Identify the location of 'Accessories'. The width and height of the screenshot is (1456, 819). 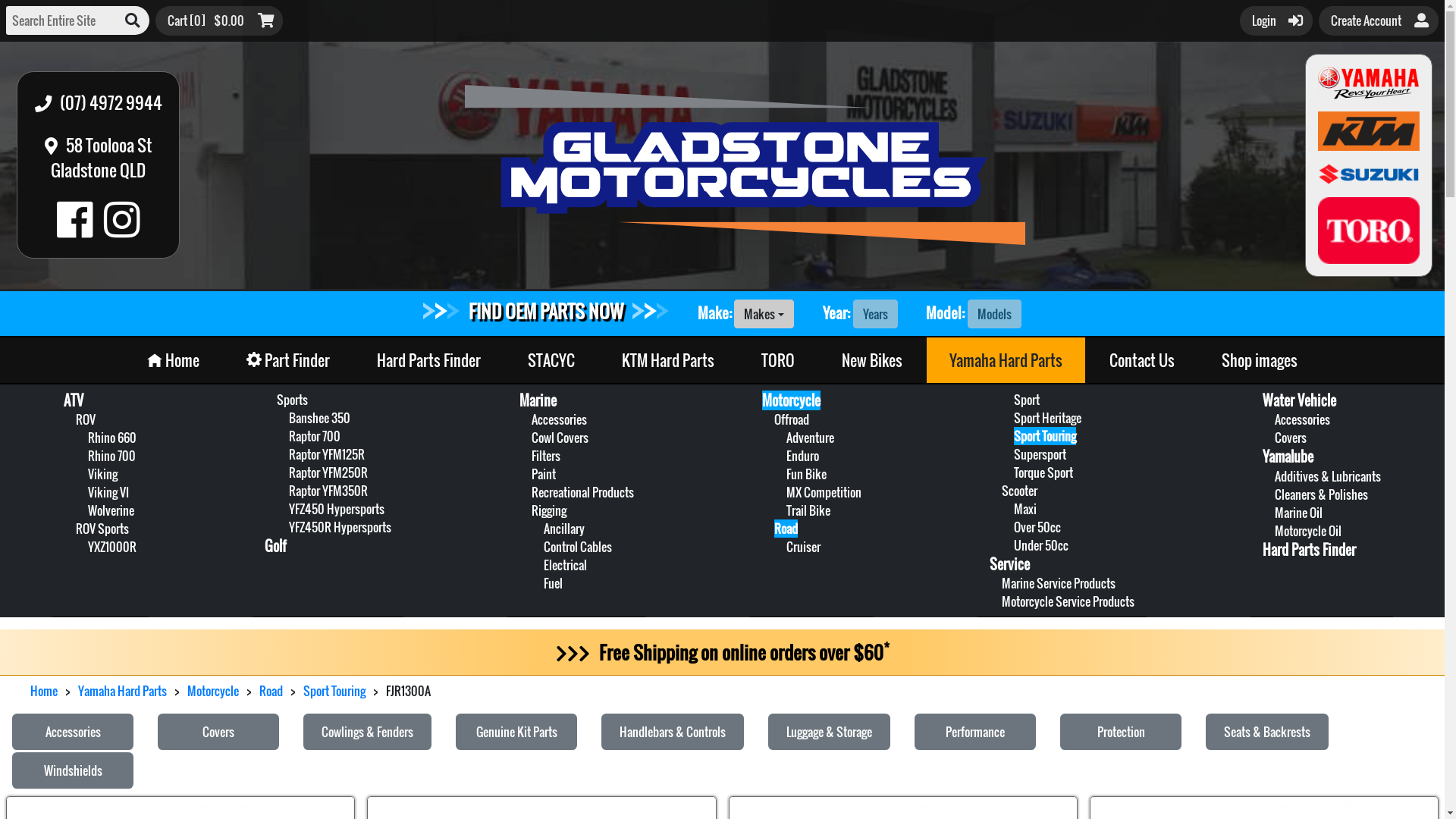
(72, 730).